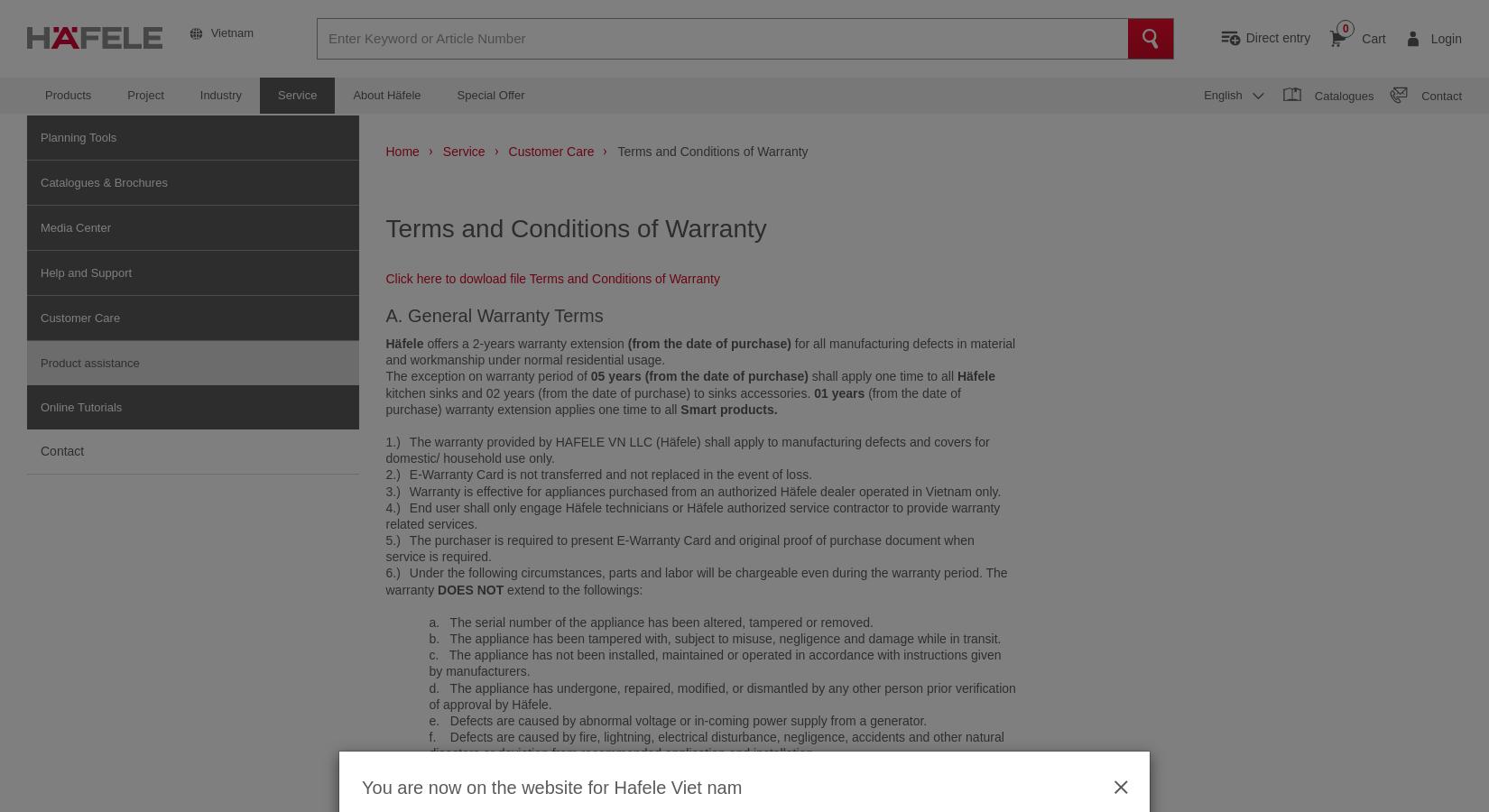 The height and width of the screenshot is (812, 1489). I want to click on 'h.   Defects are caused by chemical reaction, excessive heat, excessive dust, corrosive surroundings, such as cement factory, animal farm, etc.', so click(711, 794).